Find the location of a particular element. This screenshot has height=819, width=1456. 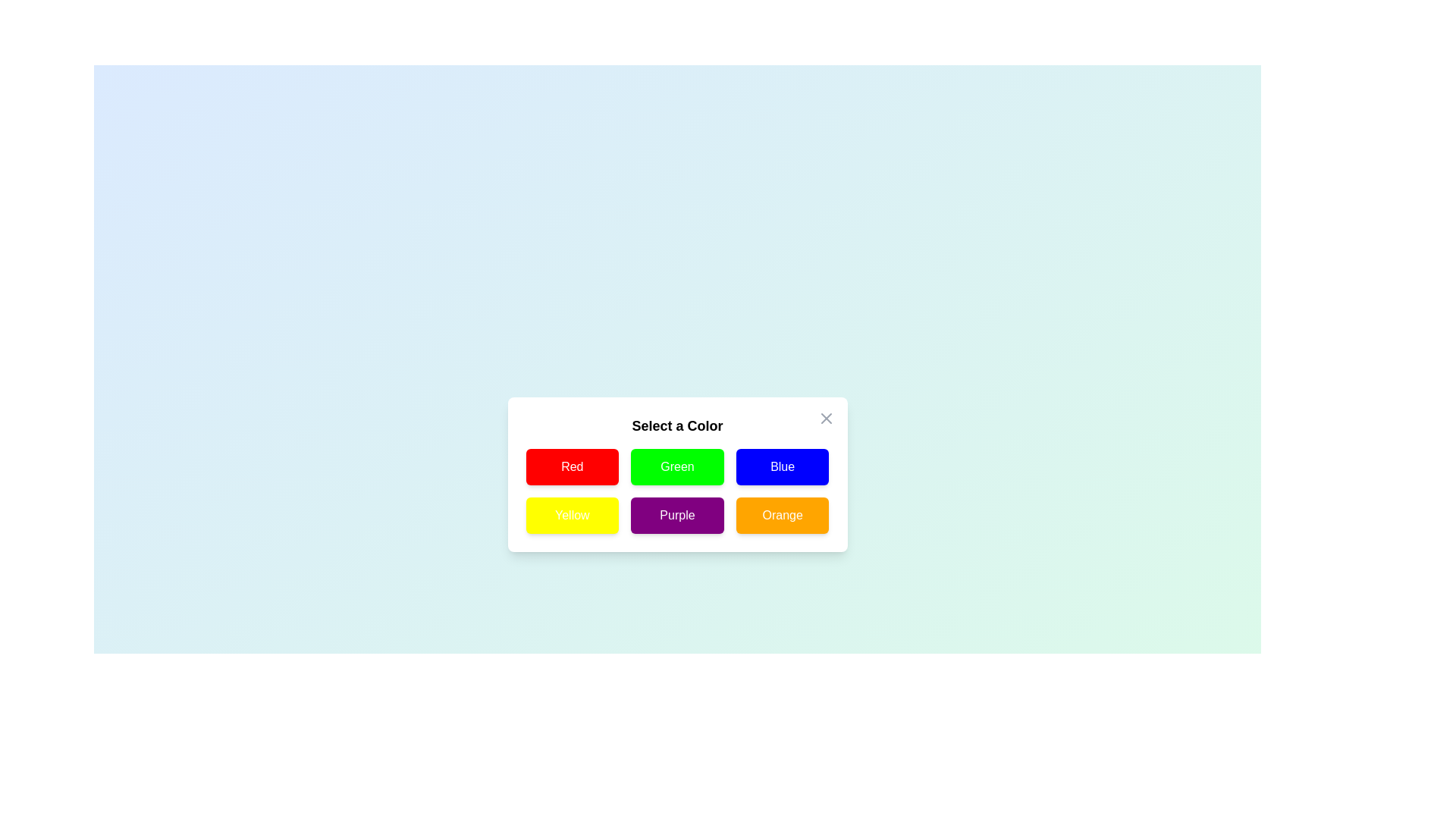

the button corresponding to the color Green is located at coordinates (676, 466).